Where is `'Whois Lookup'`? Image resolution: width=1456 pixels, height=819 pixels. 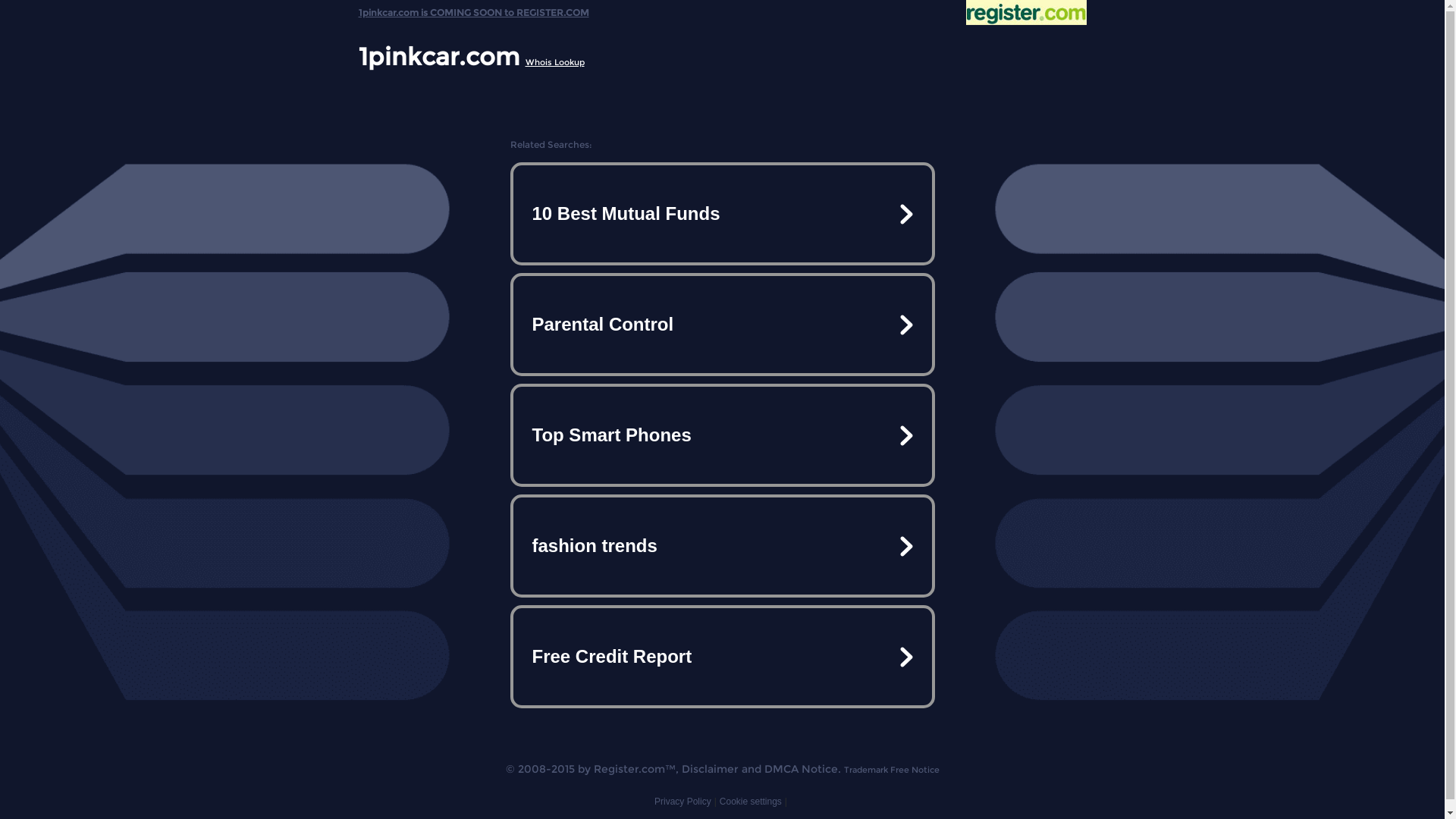 'Whois Lookup' is located at coordinates (553, 61).